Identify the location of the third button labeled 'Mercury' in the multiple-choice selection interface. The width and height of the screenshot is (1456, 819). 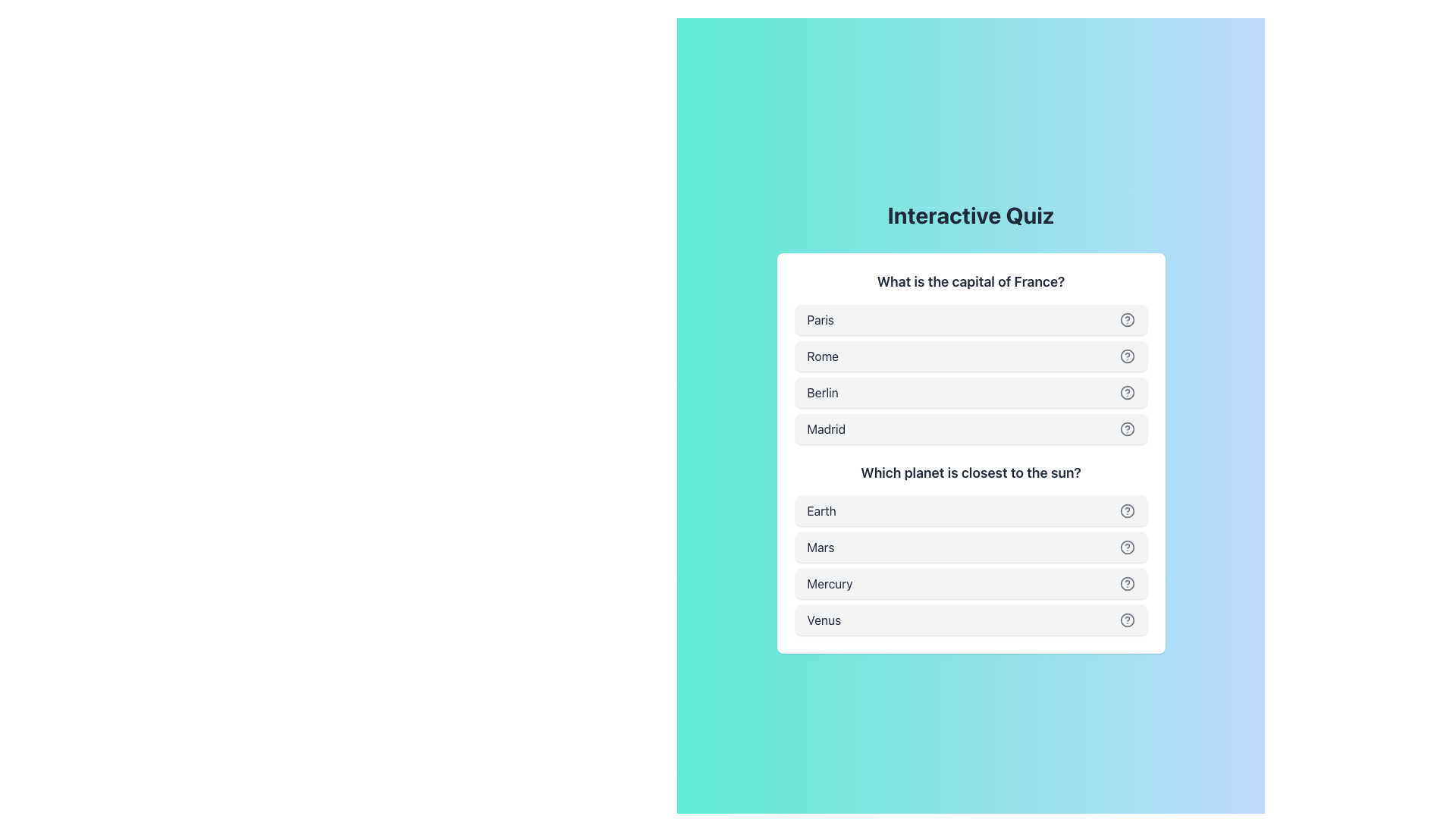
(971, 583).